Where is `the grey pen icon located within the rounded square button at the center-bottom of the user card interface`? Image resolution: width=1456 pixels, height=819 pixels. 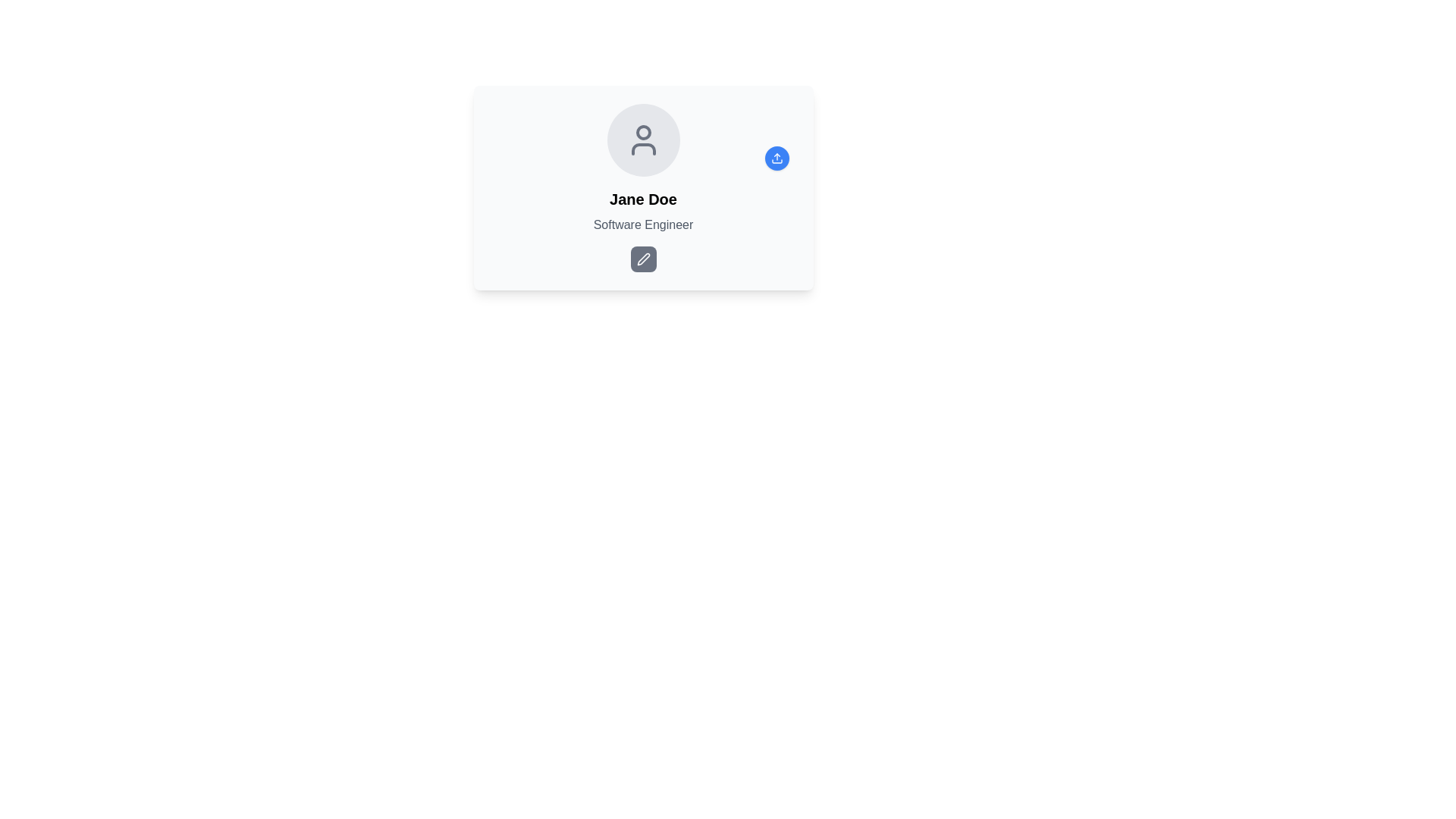 the grey pen icon located within the rounded square button at the center-bottom of the user card interface is located at coordinates (643, 259).